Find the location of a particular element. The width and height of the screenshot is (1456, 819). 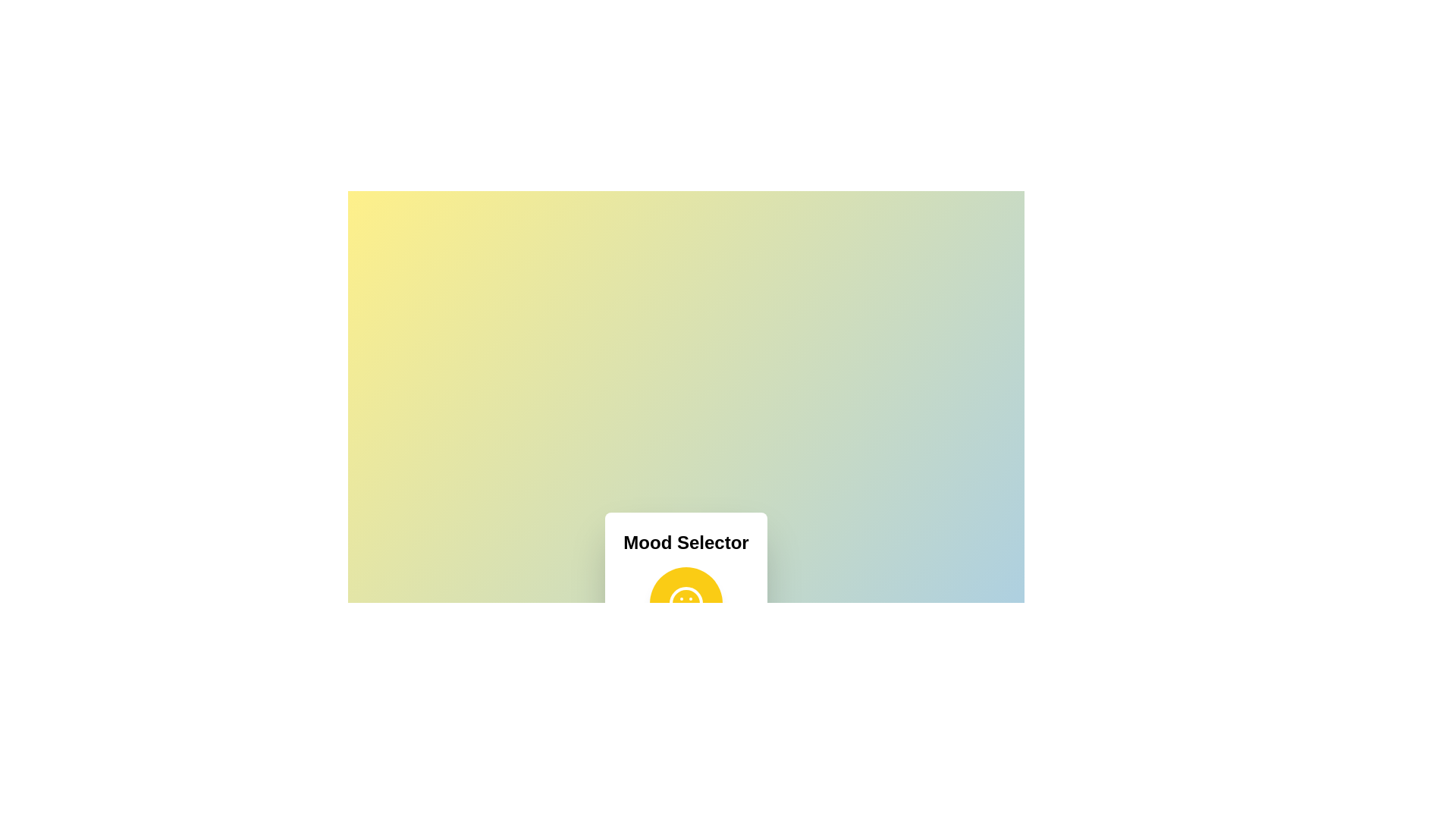

the mood toggle button to switch the mood is located at coordinates (685, 602).